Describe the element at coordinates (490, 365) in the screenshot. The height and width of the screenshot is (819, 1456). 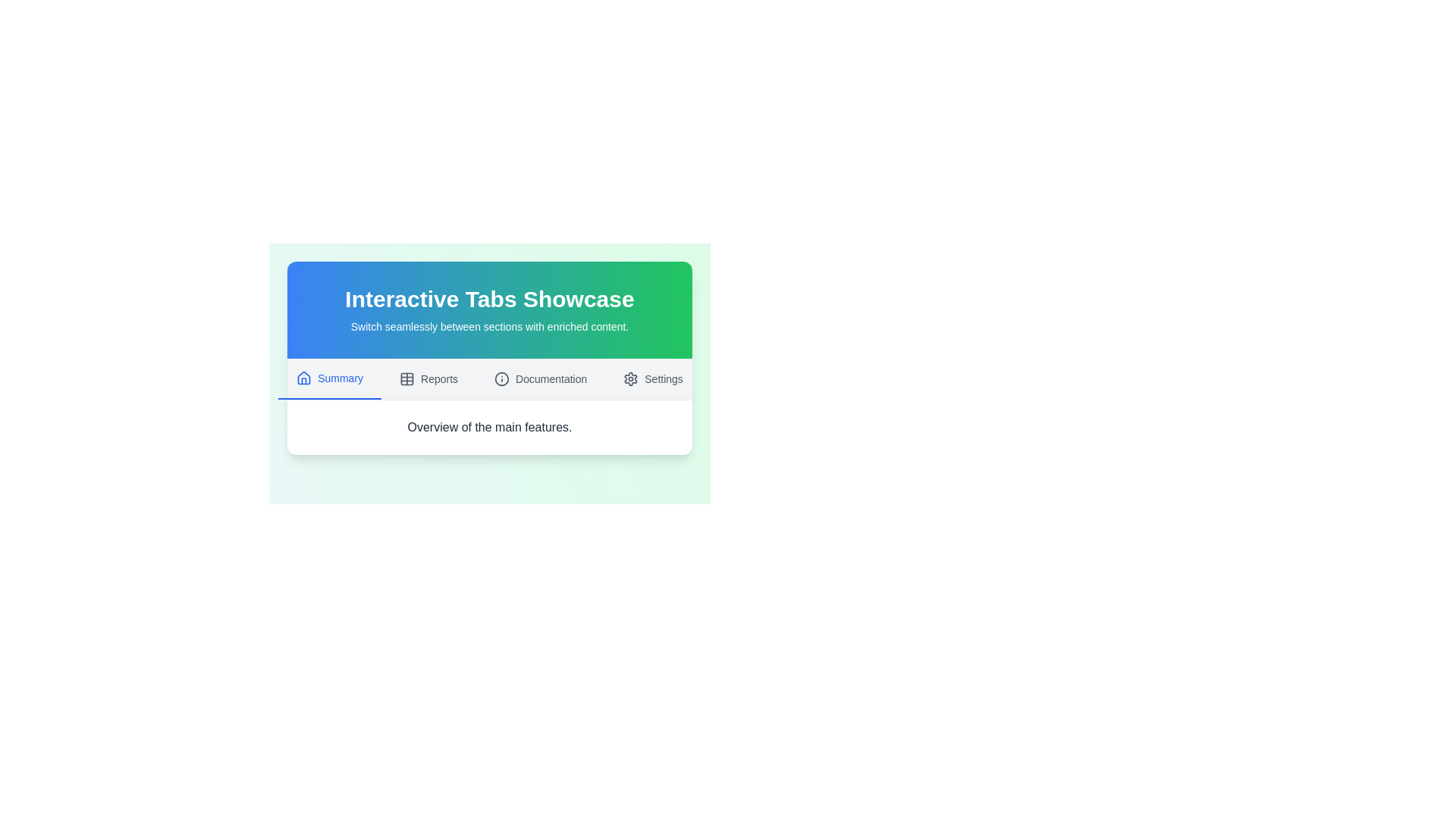
I see `the navigation tab within the composite UI element that serves as a navigation and informational display interface` at that location.